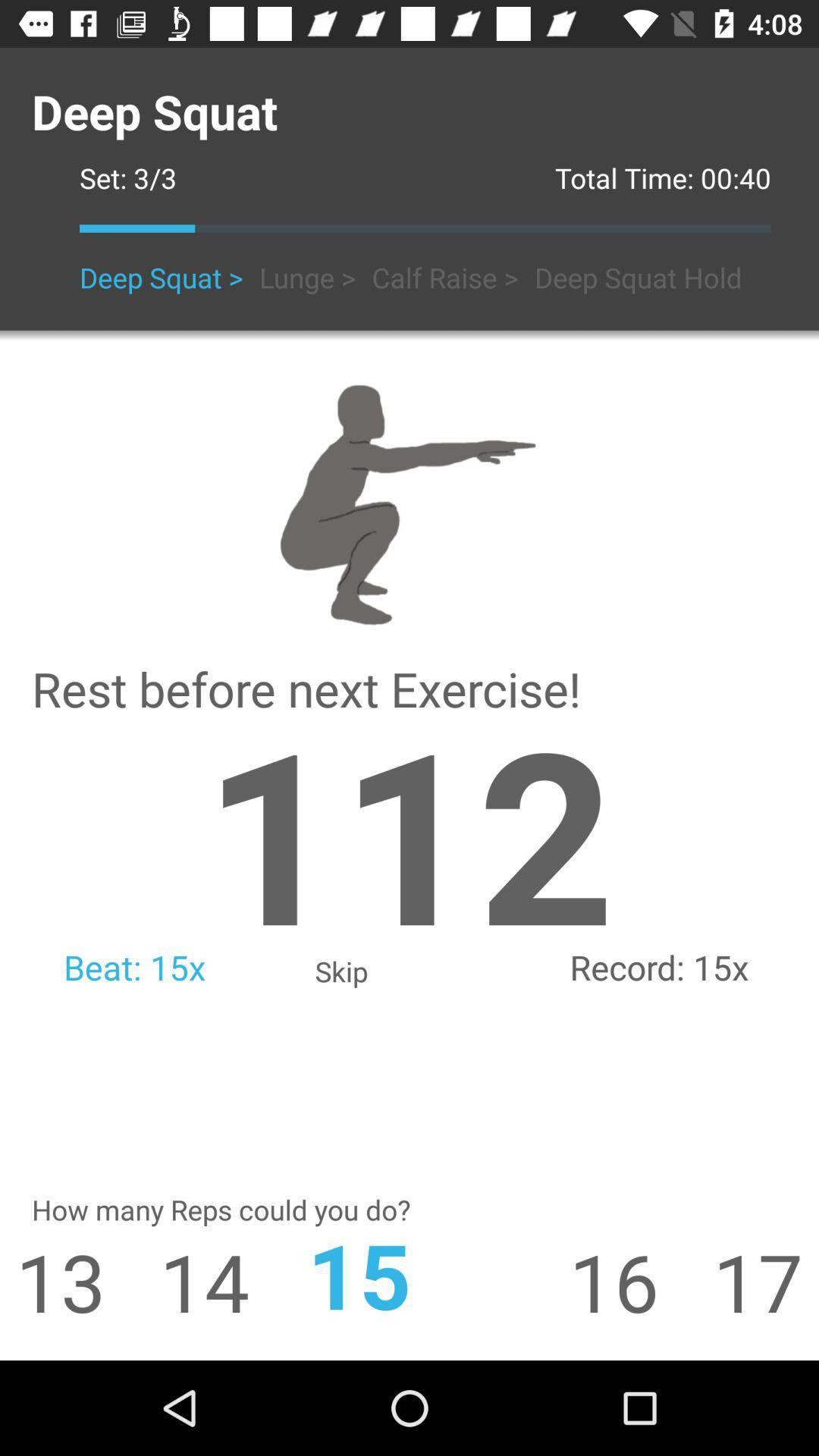  Describe the element at coordinates (408, 830) in the screenshot. I see `icon to the left of 15x icon` at that location.